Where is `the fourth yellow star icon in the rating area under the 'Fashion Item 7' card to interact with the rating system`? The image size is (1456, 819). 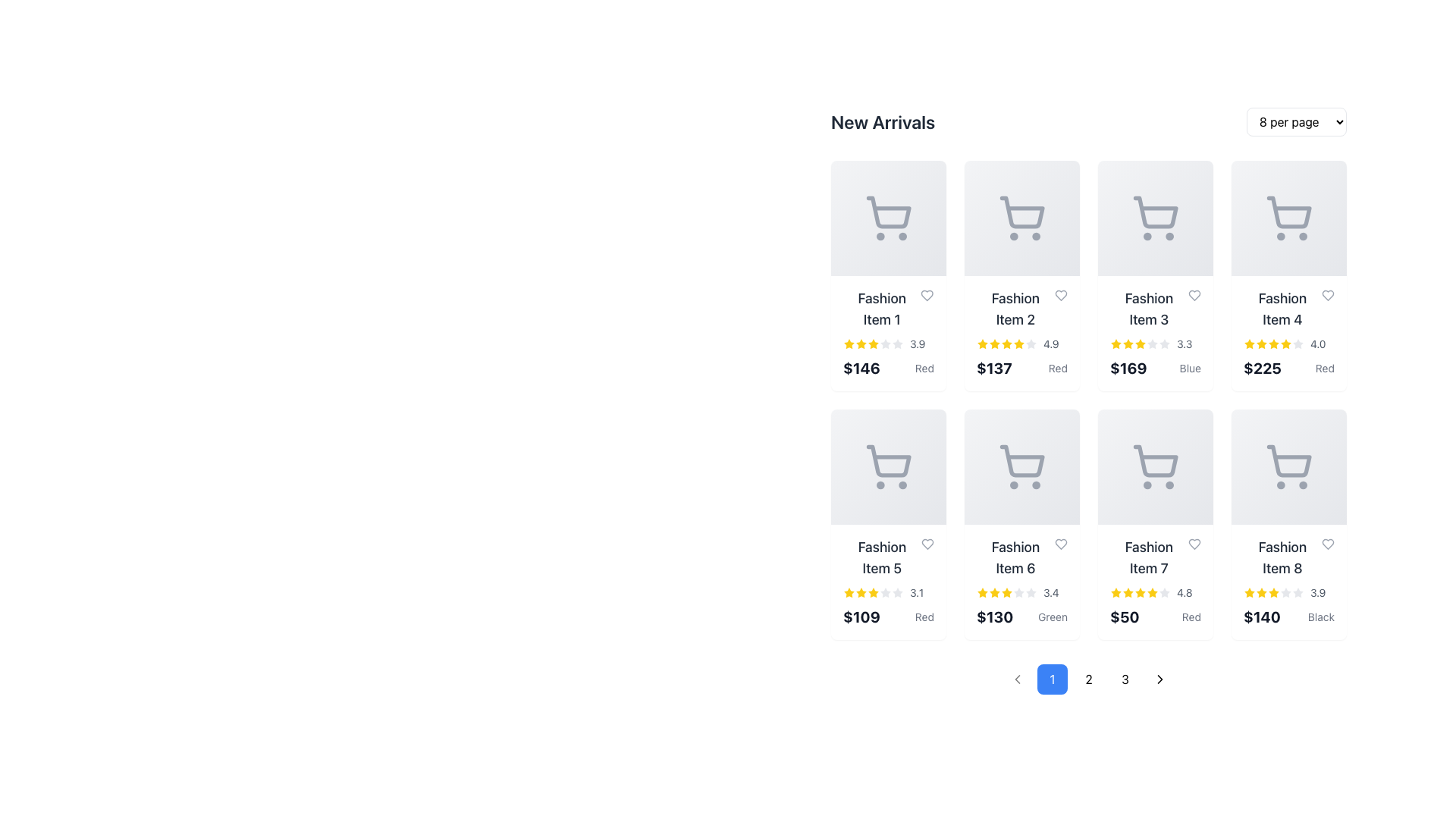
the fourth yellow star icon in the rating area under the 'Fashion Item 7' card to interact with the rating system is located at coordinates (1128, 591).